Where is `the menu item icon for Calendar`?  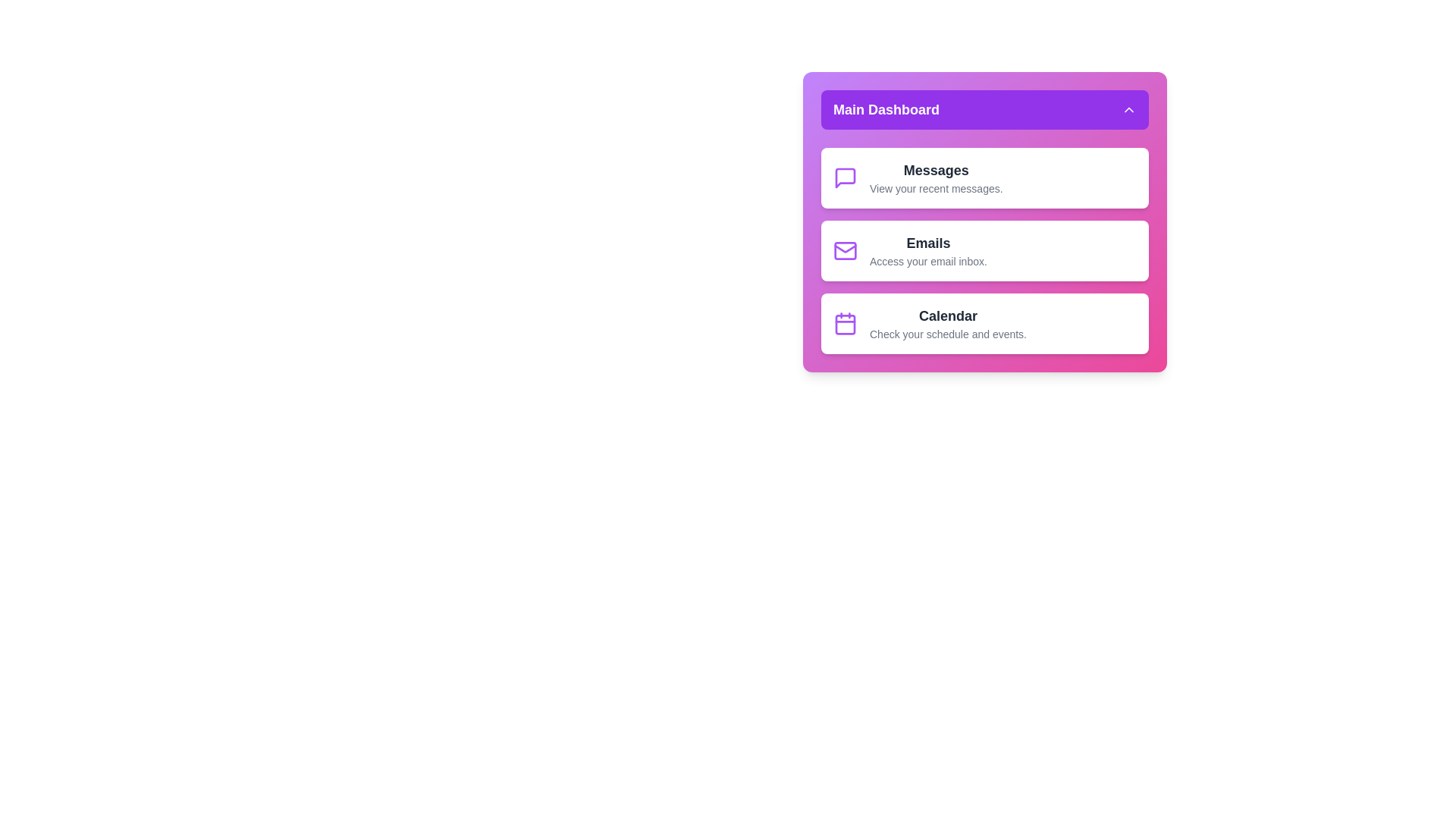
the menu item icon for Calendar is located at coordinates (844, 323).